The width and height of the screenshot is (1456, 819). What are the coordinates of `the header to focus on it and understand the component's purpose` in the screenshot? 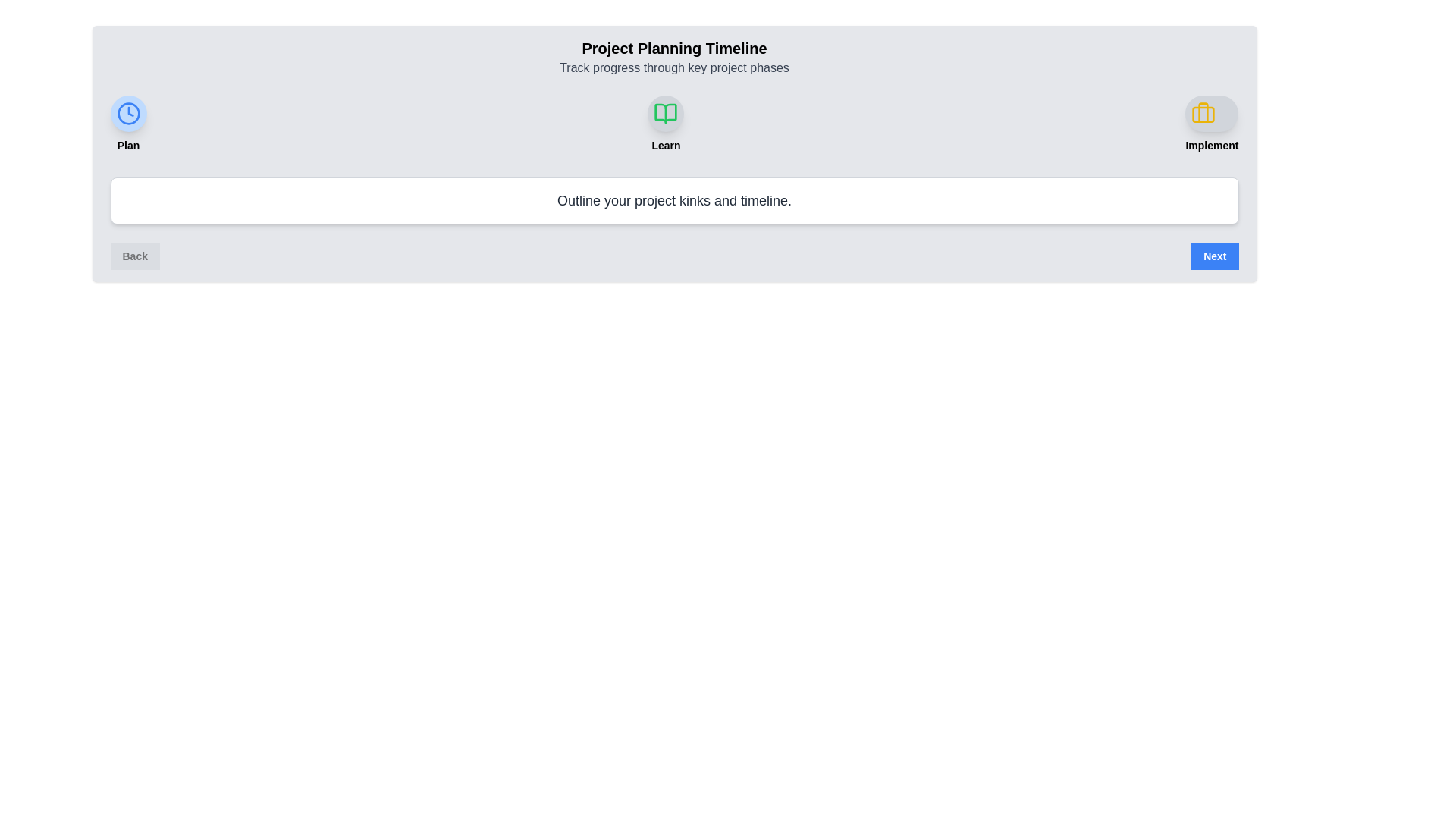 It's located at (673, 57).